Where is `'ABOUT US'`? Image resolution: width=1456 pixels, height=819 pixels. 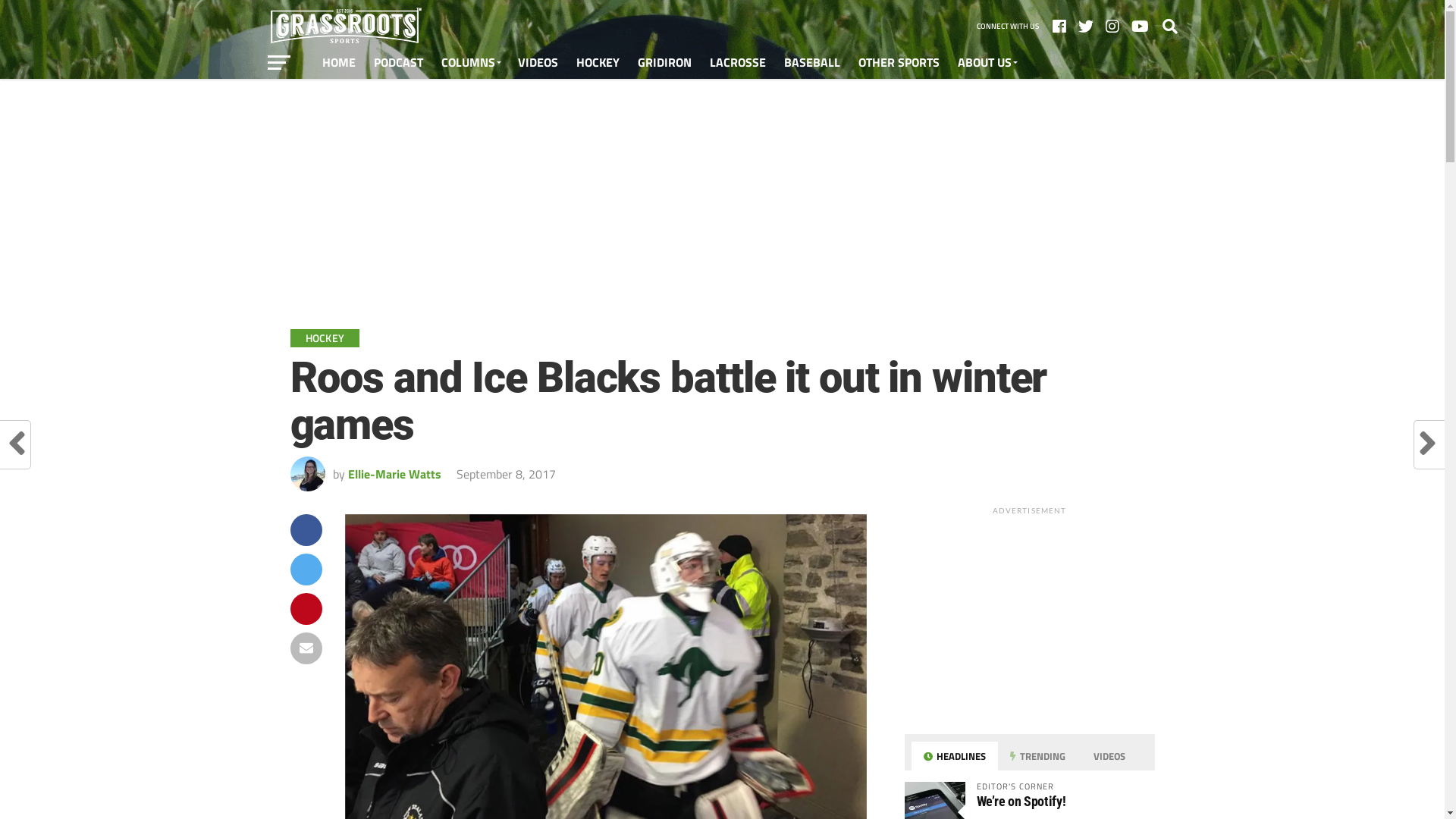 'ABOUT US' is located at coordinates (946, 61).